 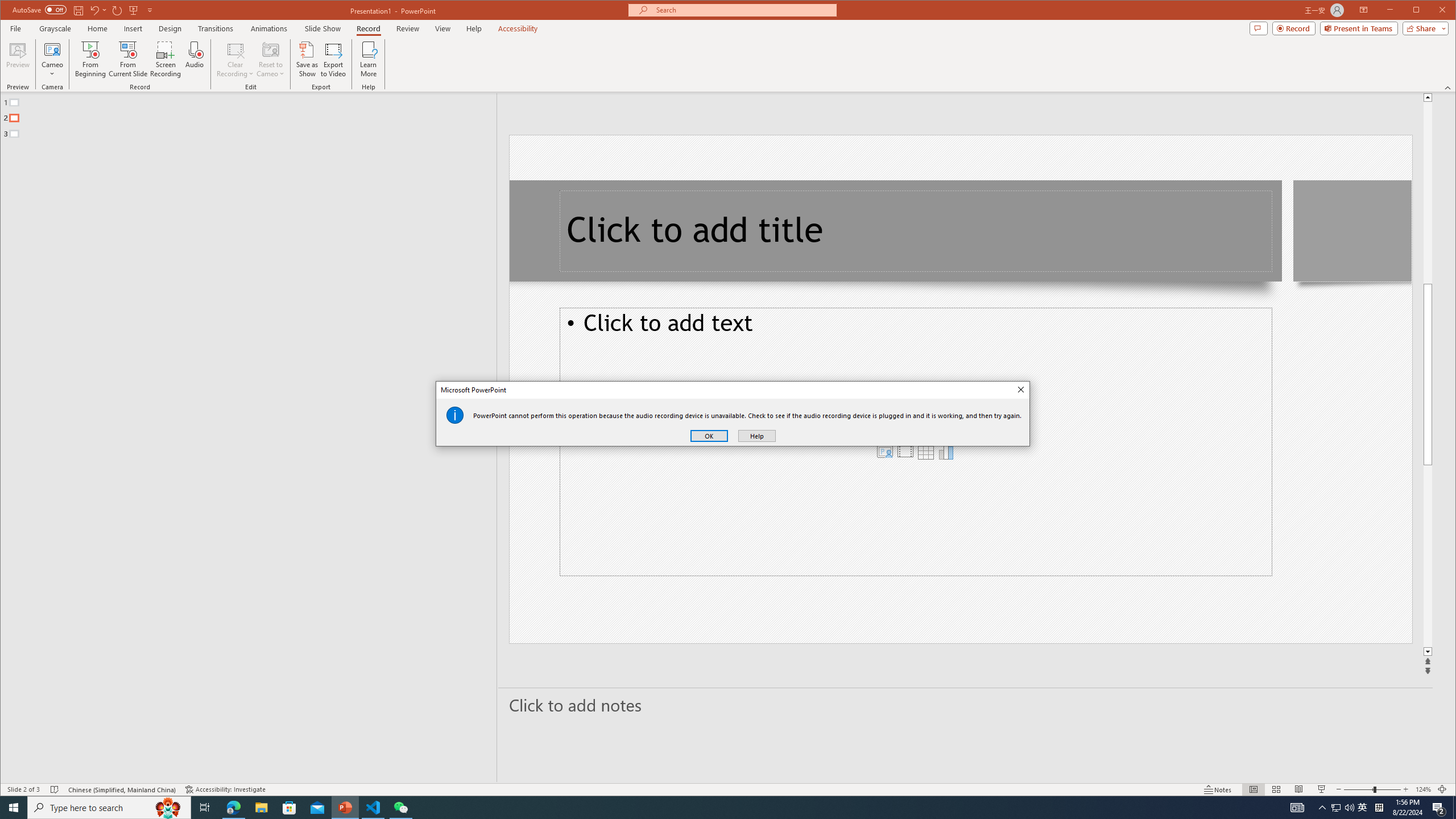 What do you see at coordinates (454, 415) in the screenshot?
I see `'Class: Static'` at bounding box center [454, 415].